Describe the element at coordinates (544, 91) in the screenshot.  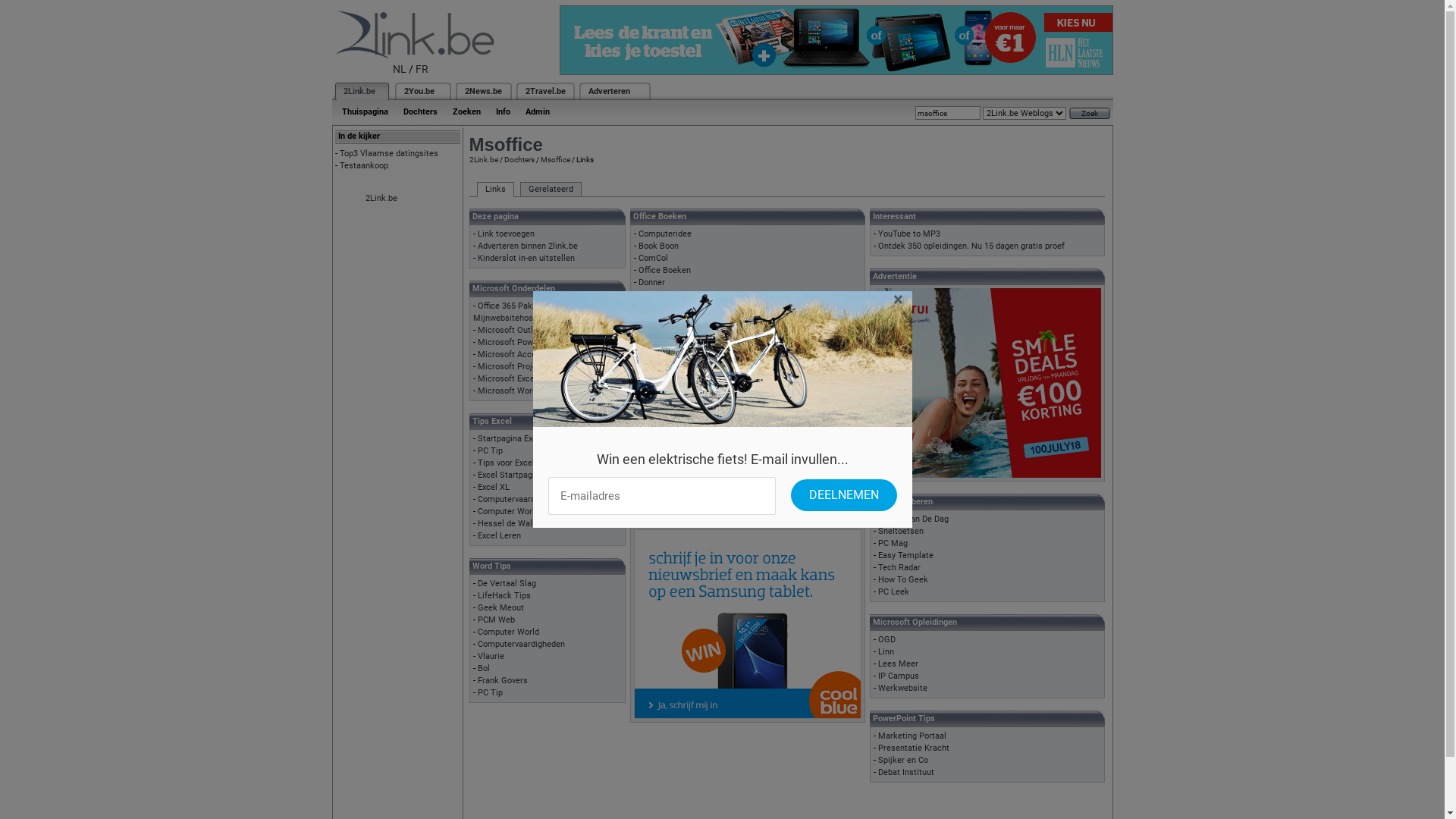
I see `'2Travel.be'` at that location.